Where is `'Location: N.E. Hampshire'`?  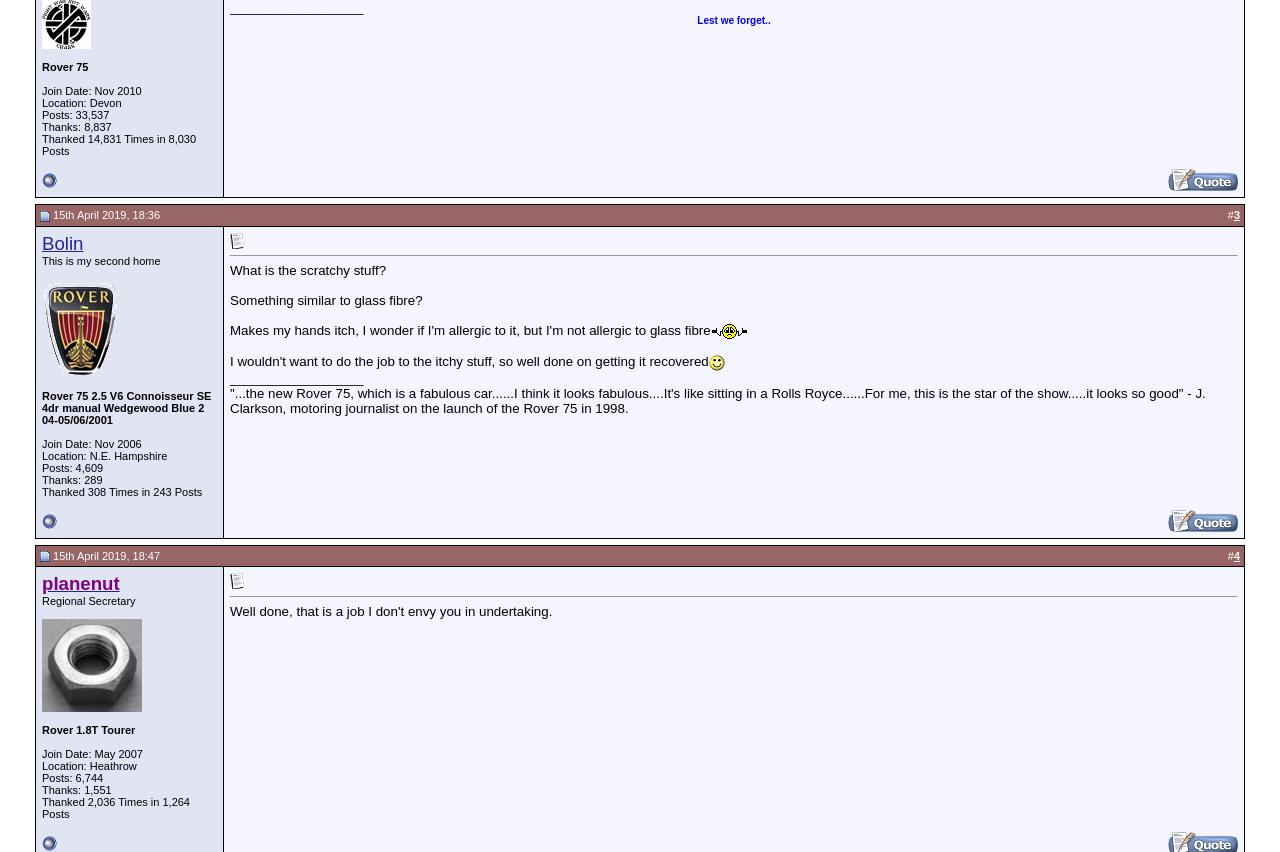
'Location: N.E. Hampshire' is located at coordinates (103, 453).